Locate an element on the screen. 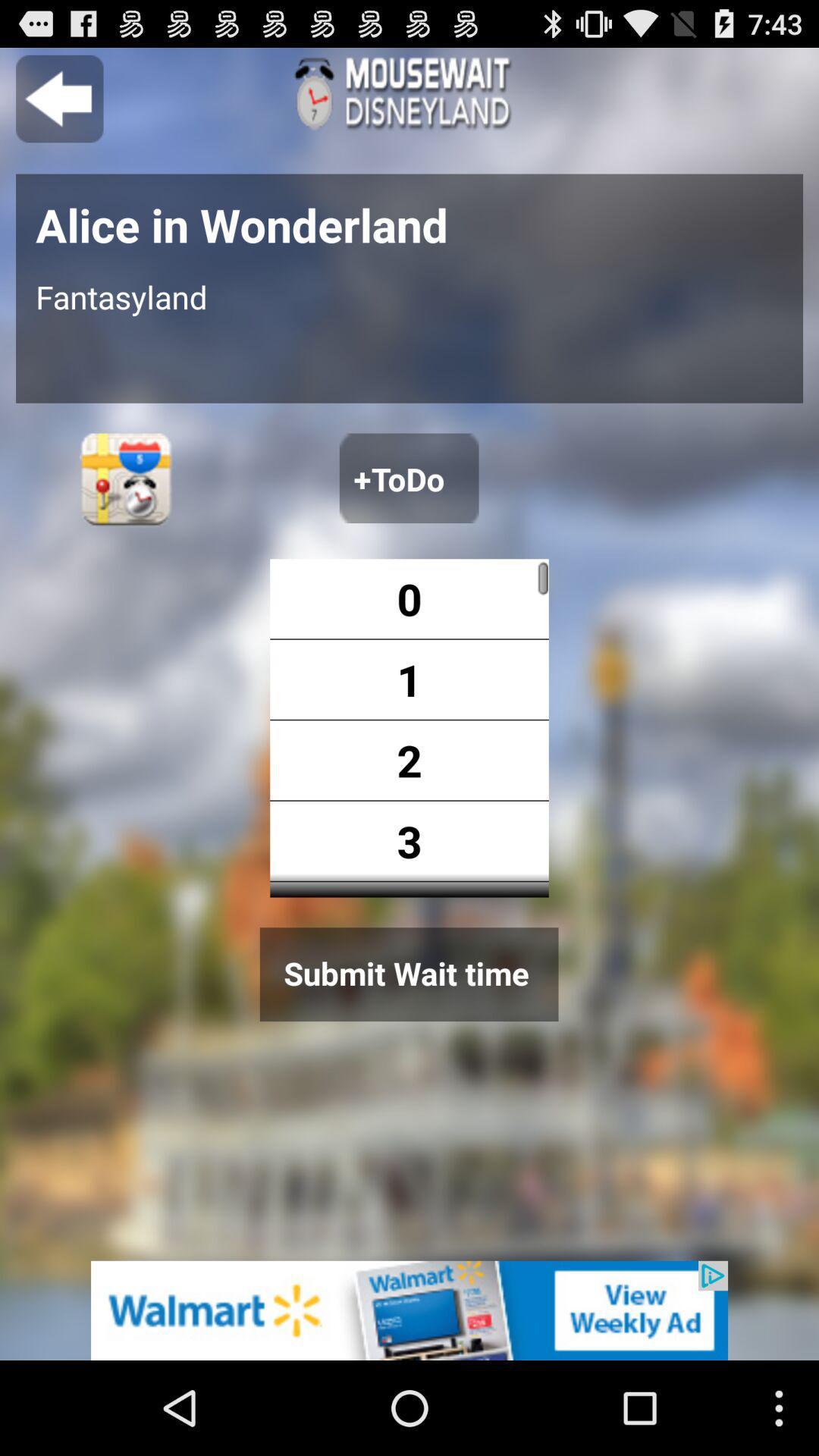 The height and width of the screenshot is (1456, 819). it 's a submit button is located at coordinates (408, 974).